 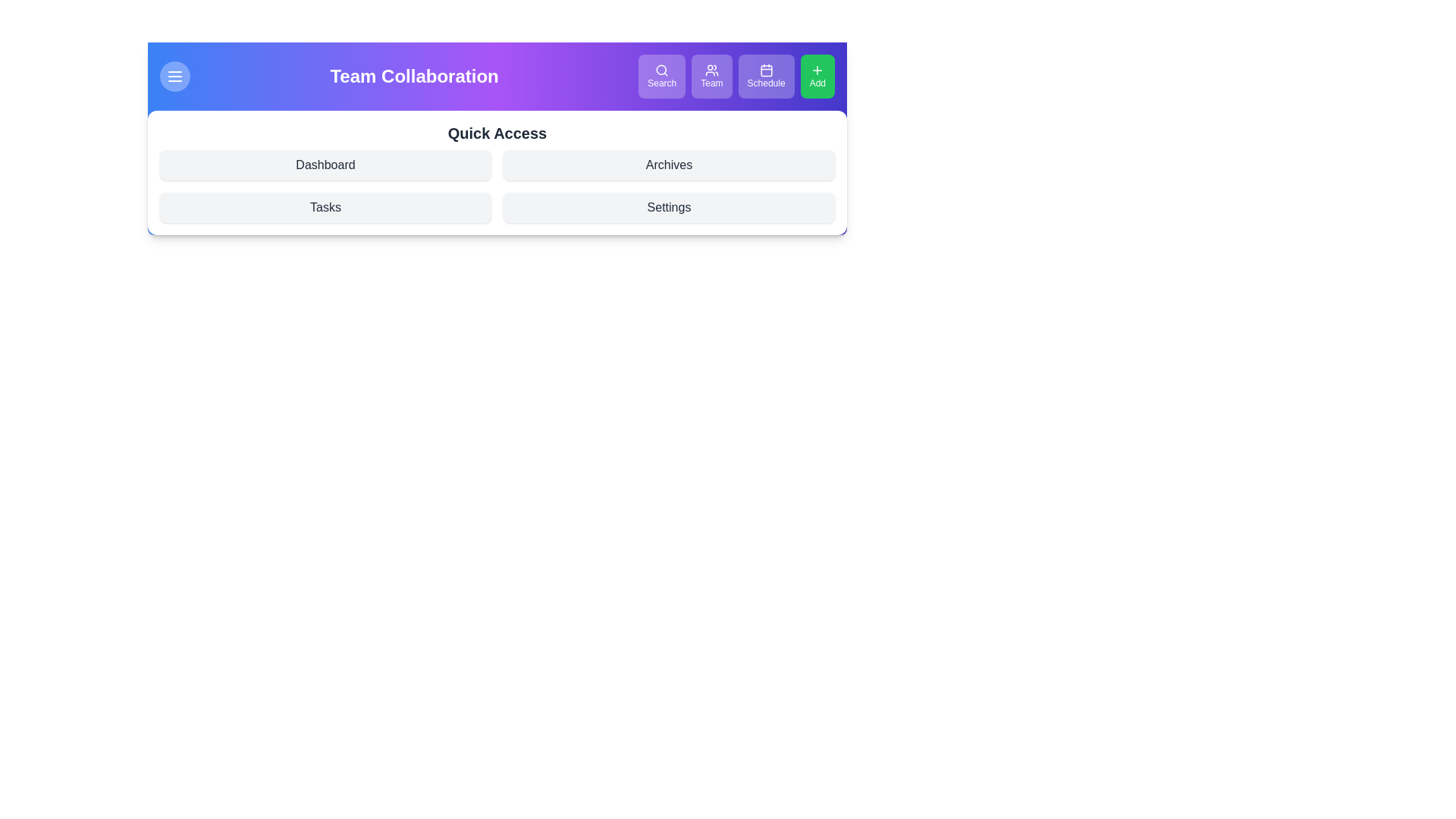 What do you see at coordinates (817, 76) in the screenshot?
I see `the Add button in the navigation bar` at bounding box center [817, 76].